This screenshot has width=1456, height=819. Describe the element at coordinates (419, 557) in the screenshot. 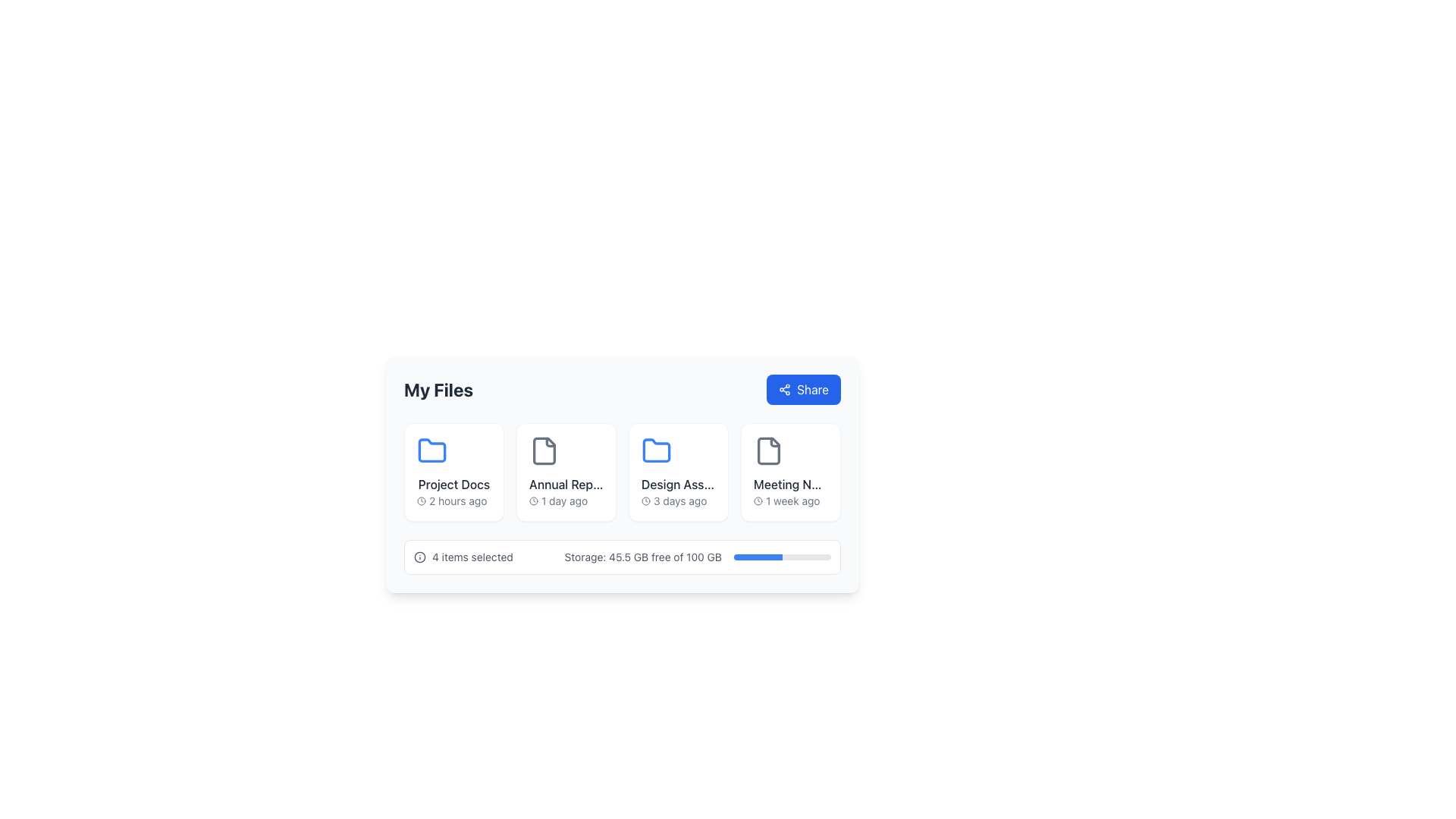

I see `the circular icon that is part of the composite graphic indicating '4 items selected' in the 'My Files' interface` at that location.